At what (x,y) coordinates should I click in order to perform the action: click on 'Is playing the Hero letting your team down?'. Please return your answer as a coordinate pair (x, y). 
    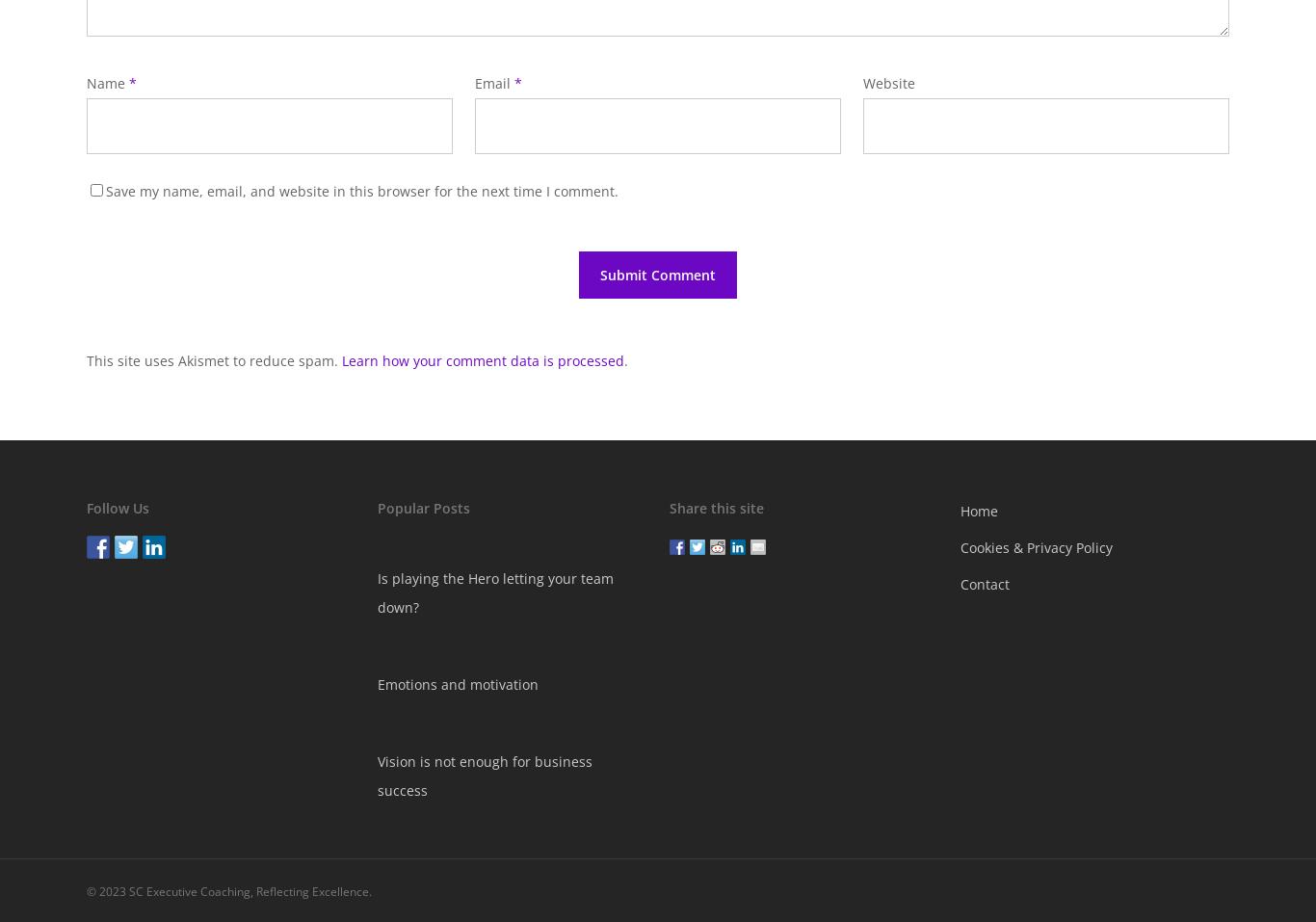
    Looking at the image, I should click on (495, 592).